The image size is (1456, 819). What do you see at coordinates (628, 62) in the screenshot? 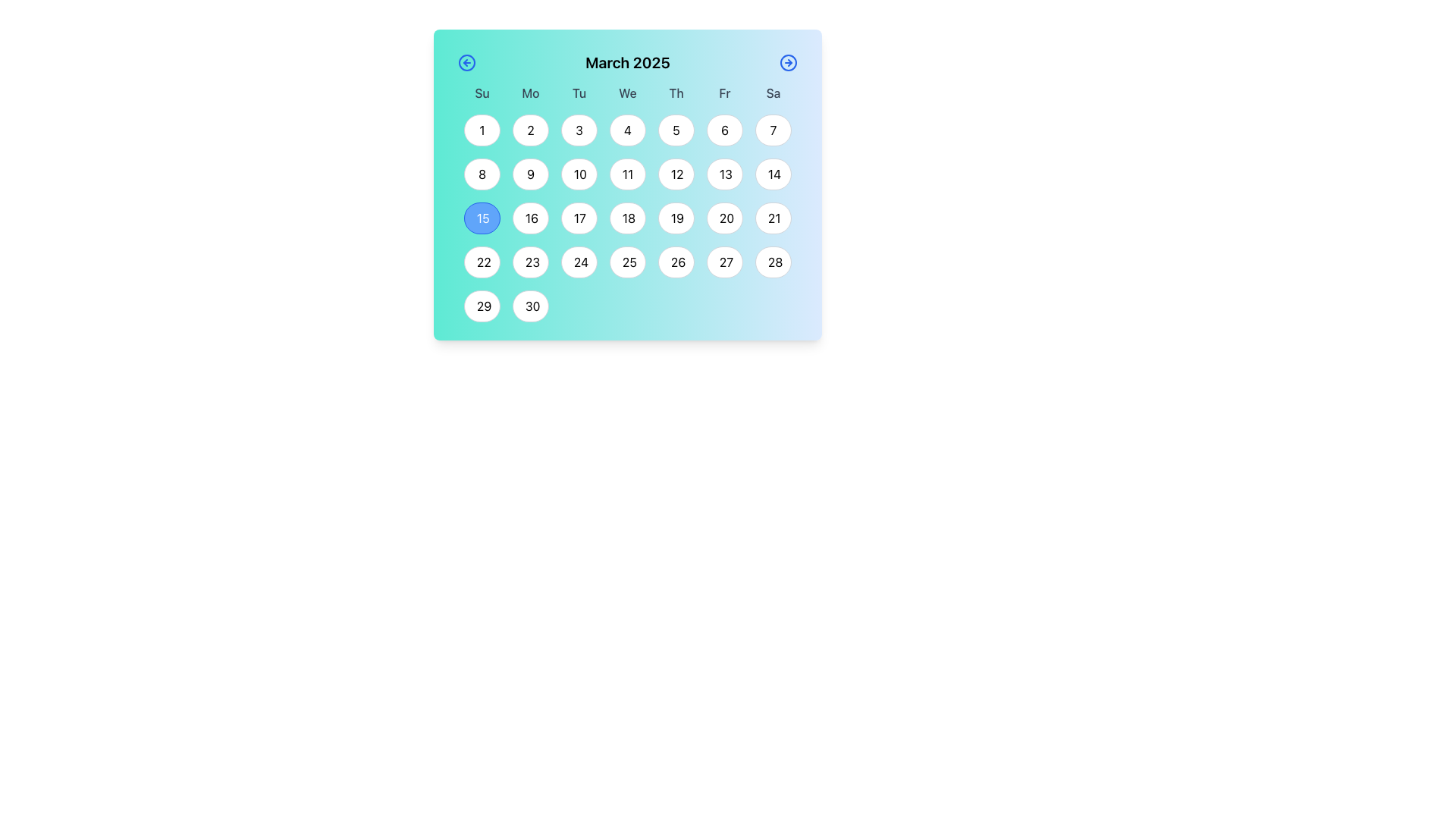
I see `the text label displaying 'March 2025', which serves as the title of the calendar interface, located at the top-center above the grid of days` at bounding box center [628, 62].